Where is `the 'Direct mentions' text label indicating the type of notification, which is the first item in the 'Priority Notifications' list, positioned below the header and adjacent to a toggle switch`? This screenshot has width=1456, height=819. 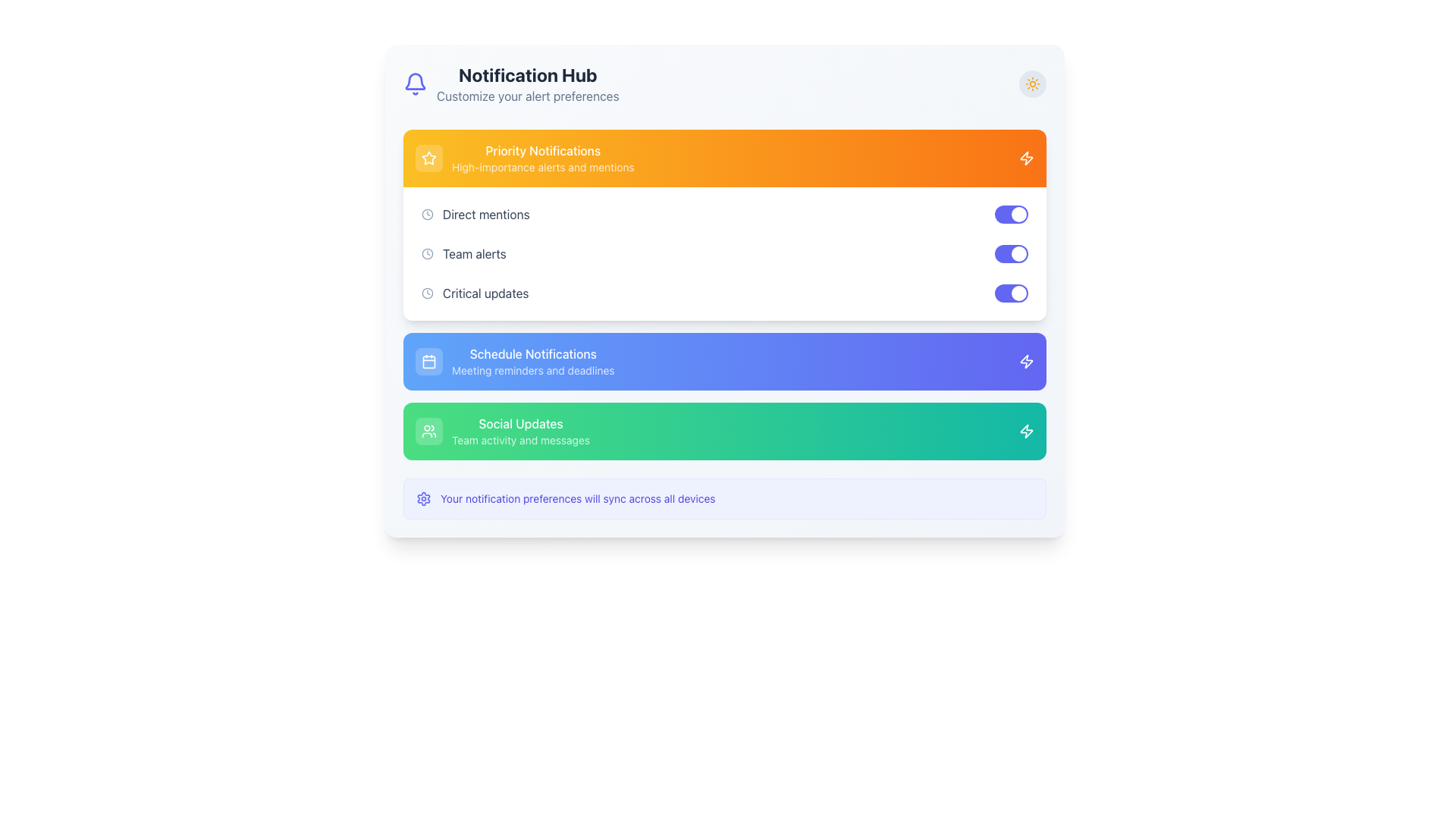 the 'Direct mentions' text label indicating the type of notification, which is the first item in the 'Priority Notifications' list, positioned below the header and adjacent to a toggle switch is located at coordinates (486, 214).